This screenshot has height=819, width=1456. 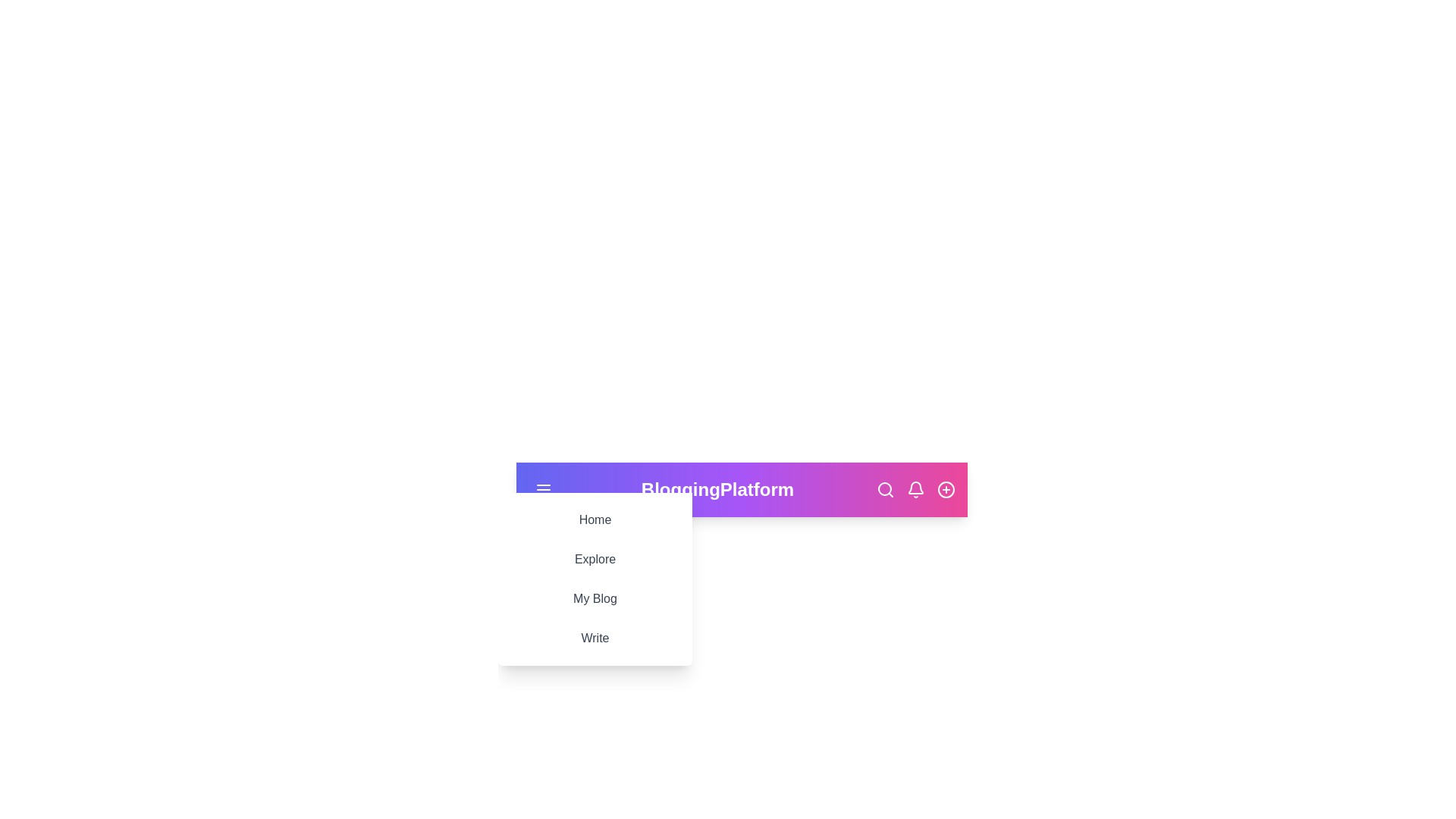 What do you see at coordinates (885, 489) in the screenshot?
I see `the search icon in the app bar` at bounding box center [885, 489].